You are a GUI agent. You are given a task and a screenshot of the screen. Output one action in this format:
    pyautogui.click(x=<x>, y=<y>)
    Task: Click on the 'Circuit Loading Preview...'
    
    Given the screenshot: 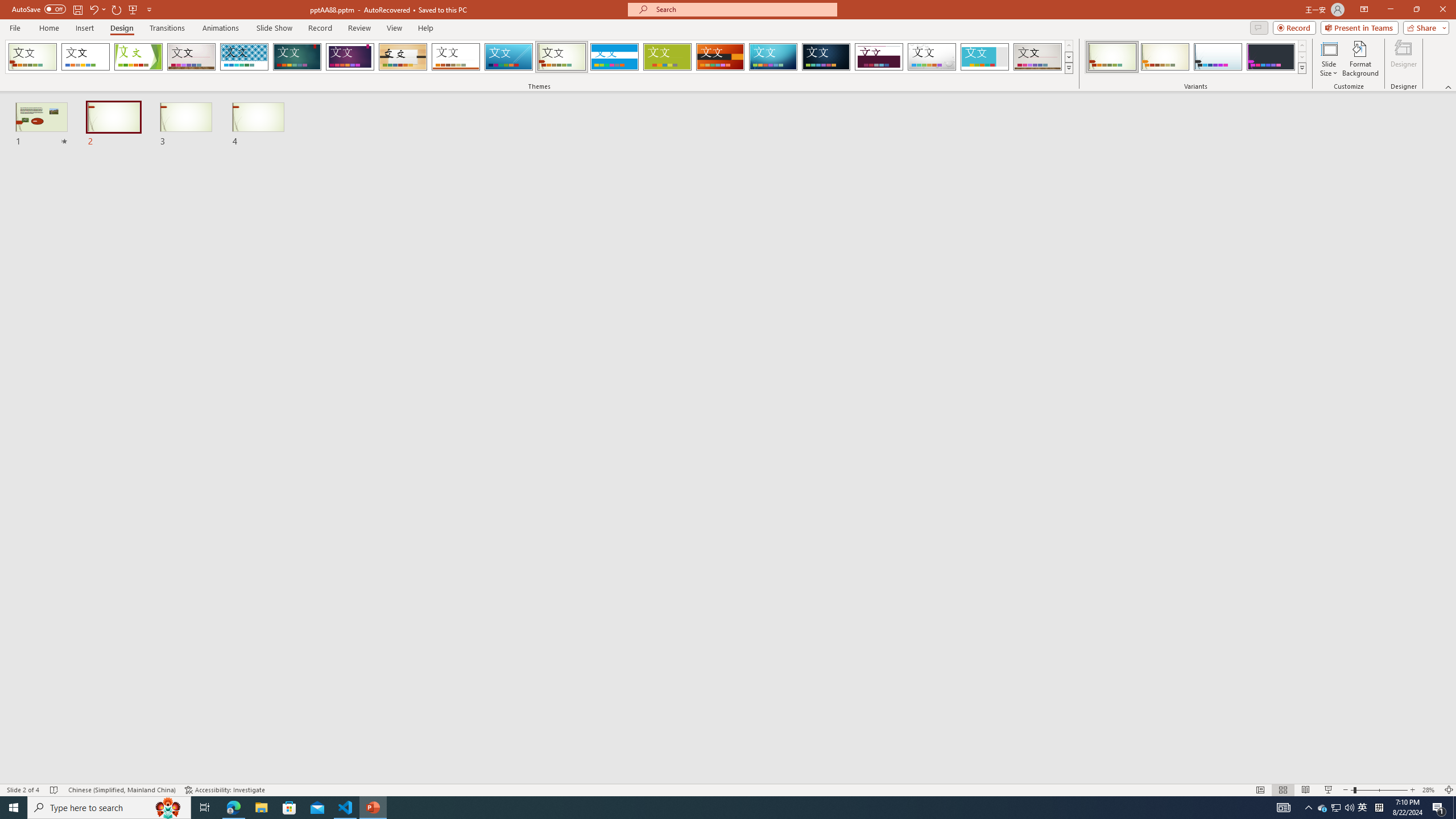 What is the action you would take?
    pyautogui.click(x=772, y=56)
    